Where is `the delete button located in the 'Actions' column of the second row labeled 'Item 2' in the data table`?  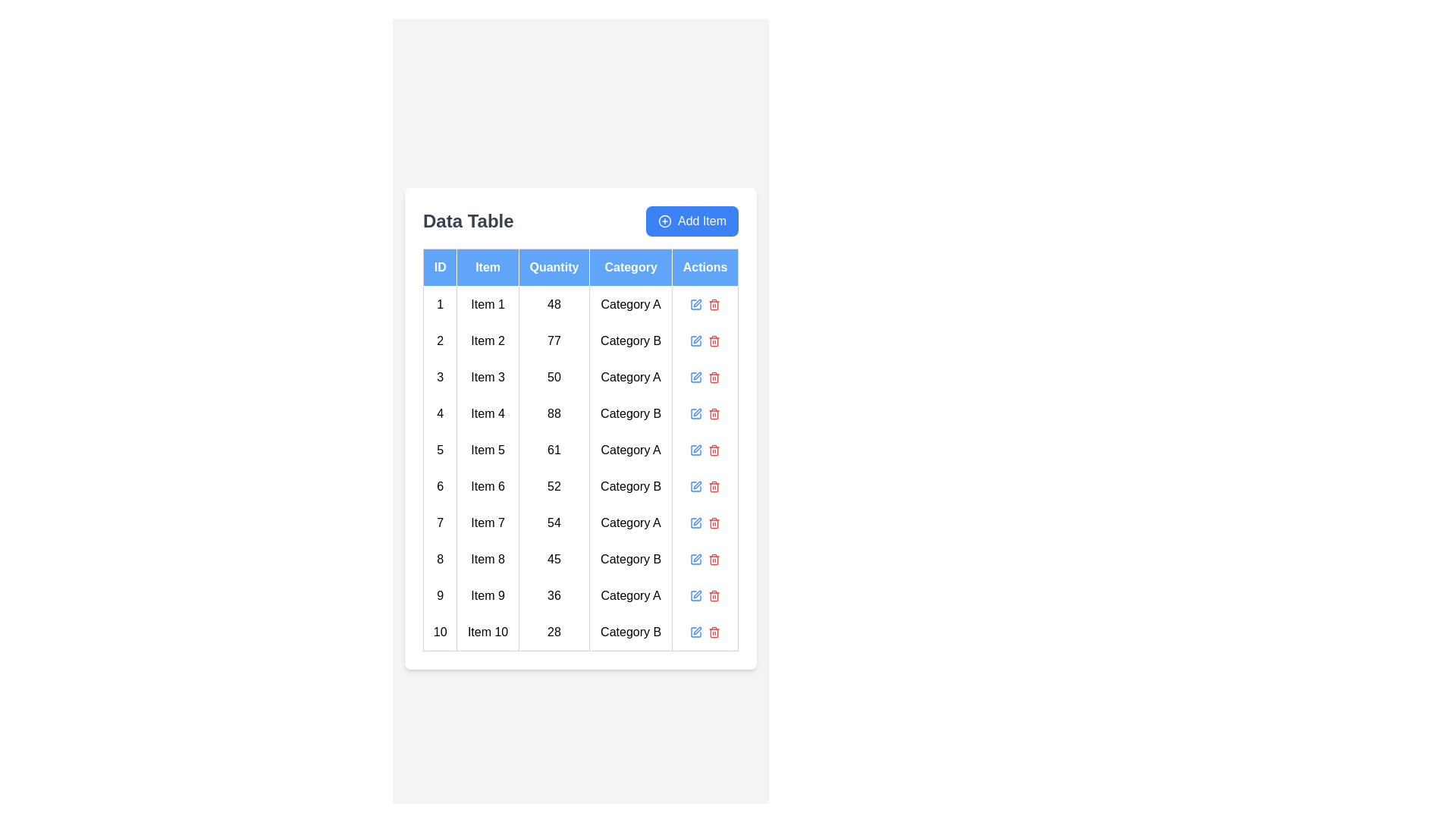
the delete button located in the 'Actions' column of the second row labeled 'Item 2' in the data table is located at coordinates (714, 340).